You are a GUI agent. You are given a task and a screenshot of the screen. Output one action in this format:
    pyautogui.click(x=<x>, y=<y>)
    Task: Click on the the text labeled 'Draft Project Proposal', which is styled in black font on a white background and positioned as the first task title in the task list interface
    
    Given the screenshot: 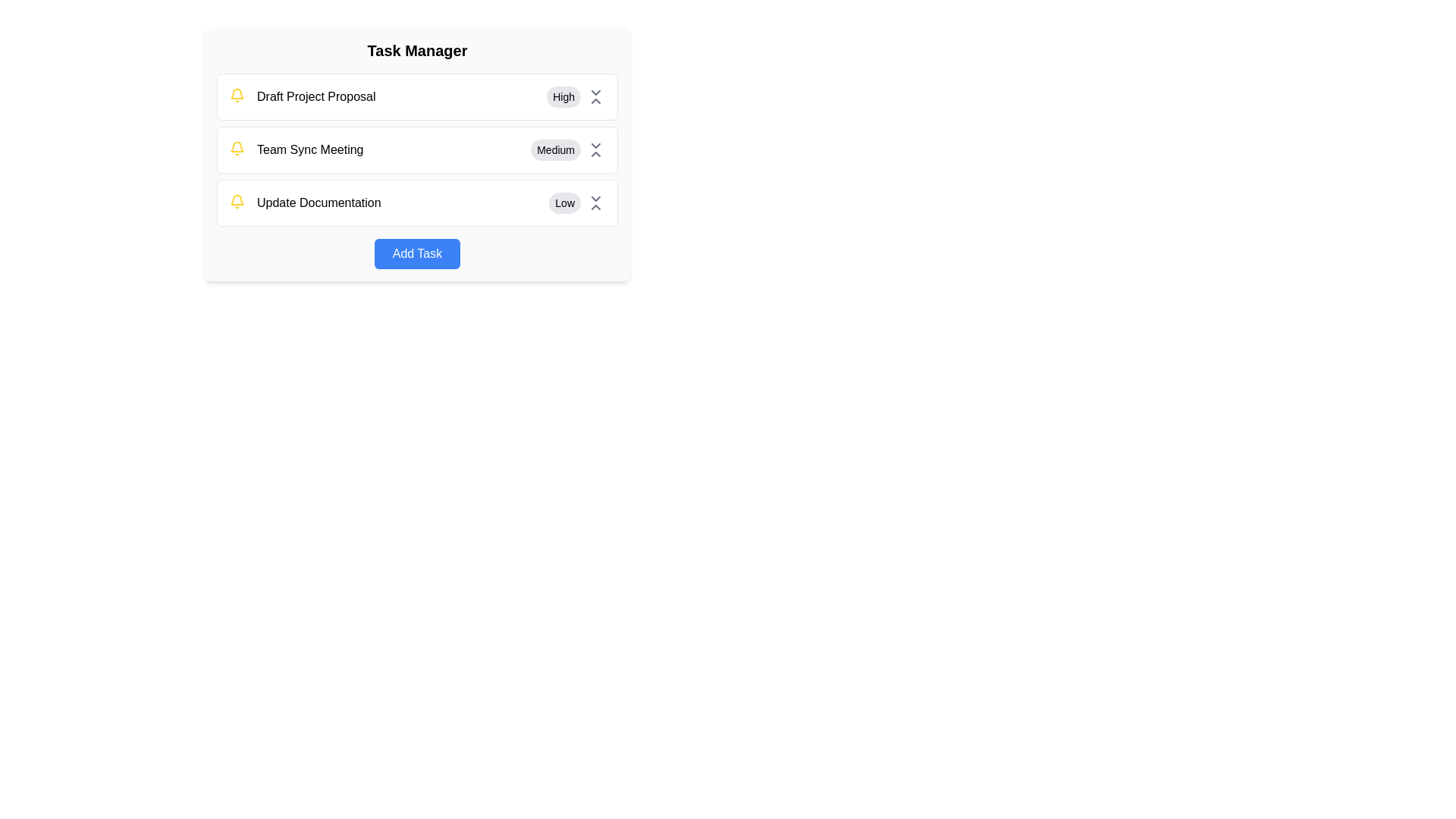 What is the action you would take?
    pyautogui.click(x=315, y=96)
    